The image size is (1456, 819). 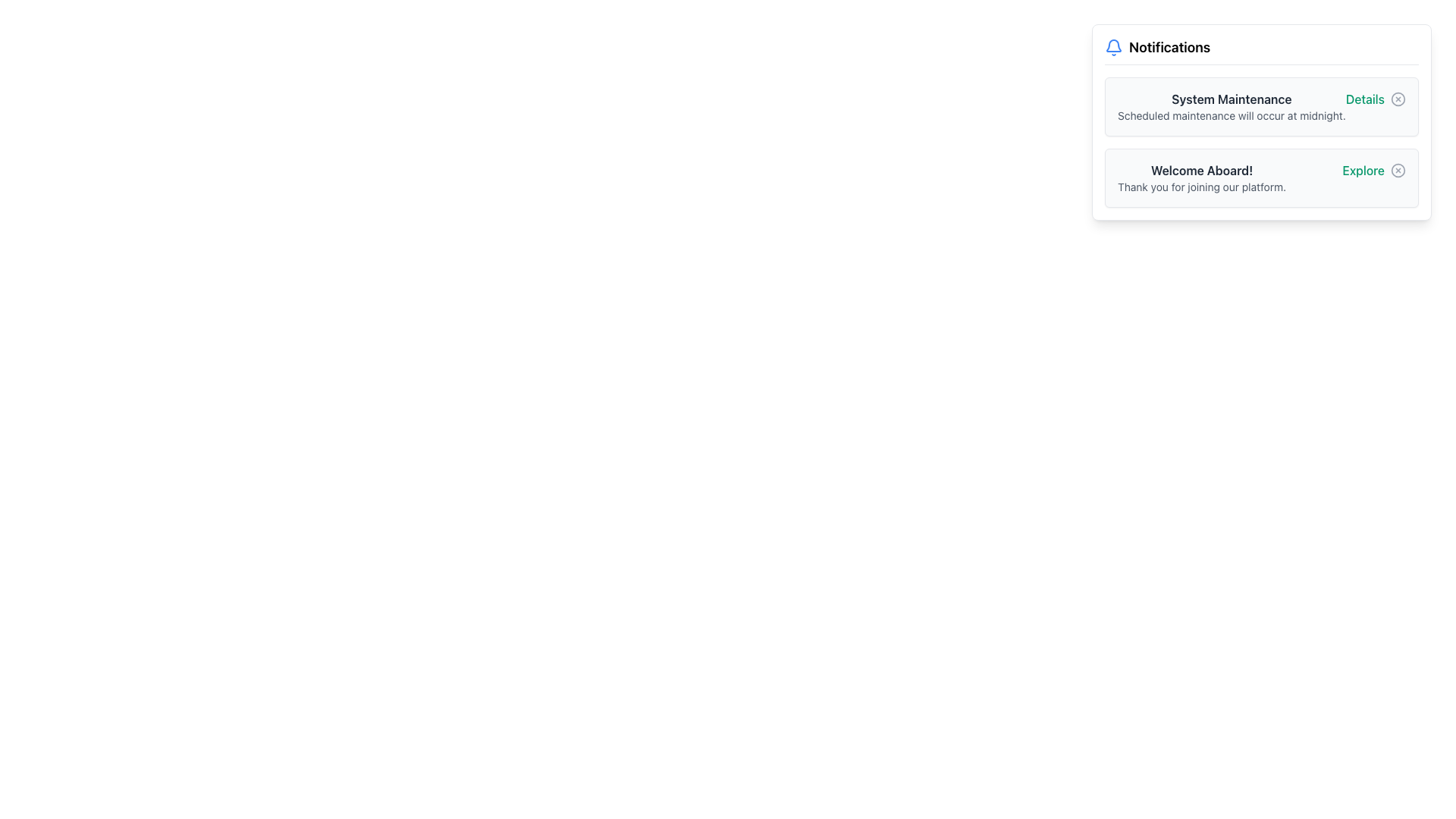 I want to click on information from the text 'Scheduled maintenance will occur at midnight.' located beneath the title 'System Maintenance' in the notification card, so click(x=1232, y=115).